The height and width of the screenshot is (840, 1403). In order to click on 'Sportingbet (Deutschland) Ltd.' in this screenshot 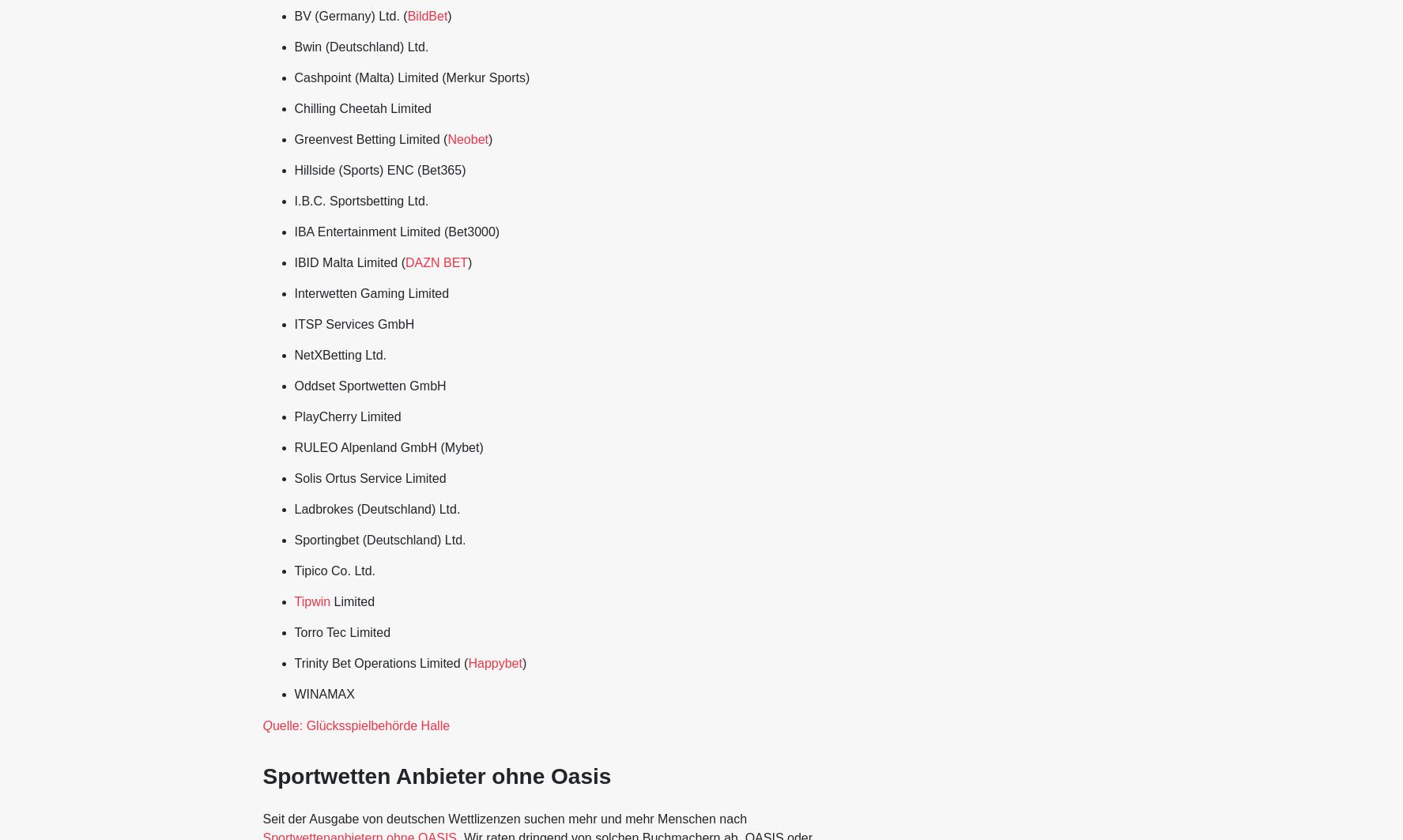, I will do `click(379, 539)`.